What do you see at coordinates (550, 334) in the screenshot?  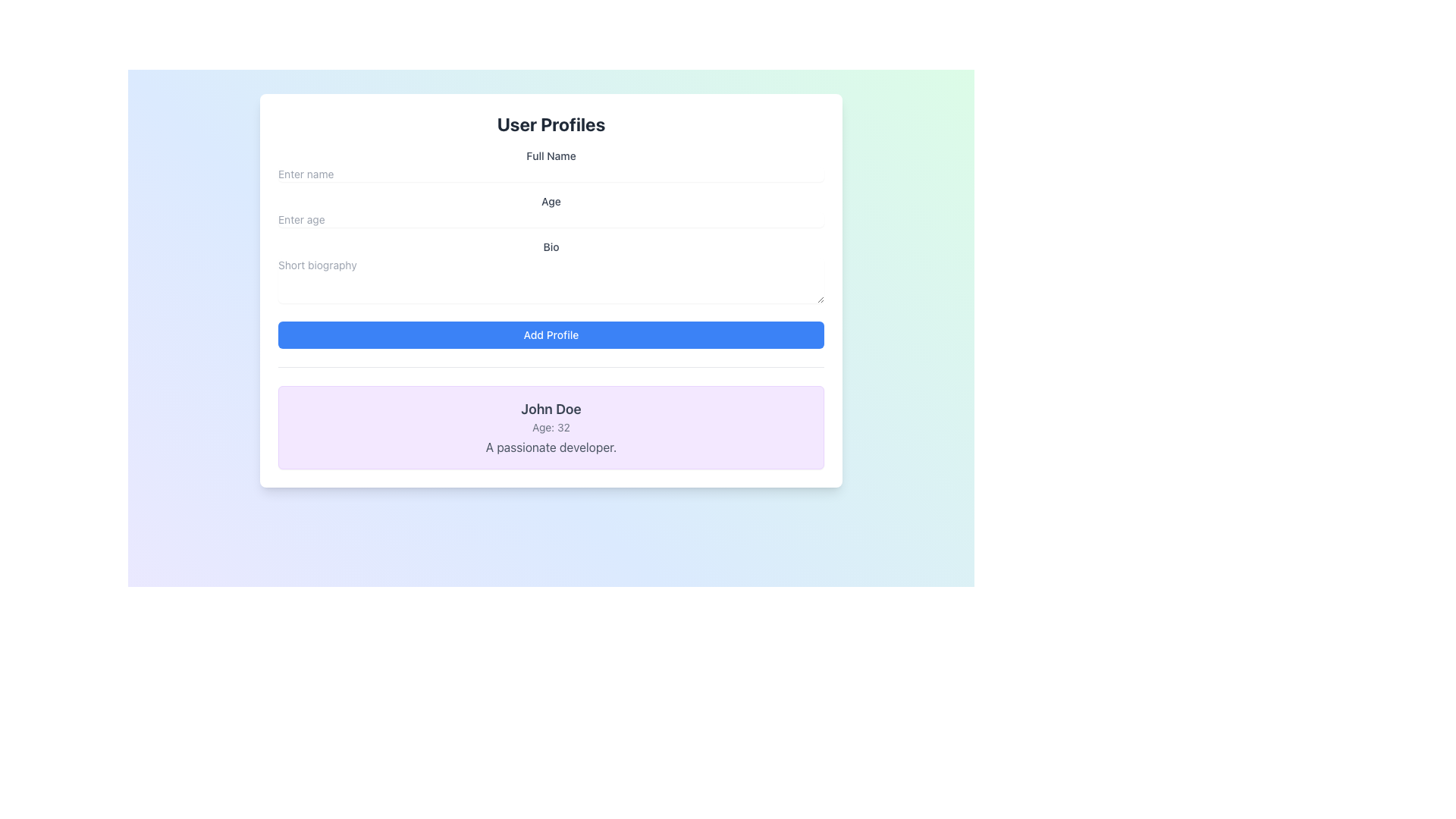 I see `the blue rectangular button labeled 'Add Profile'` at bounding box center [550, 334].